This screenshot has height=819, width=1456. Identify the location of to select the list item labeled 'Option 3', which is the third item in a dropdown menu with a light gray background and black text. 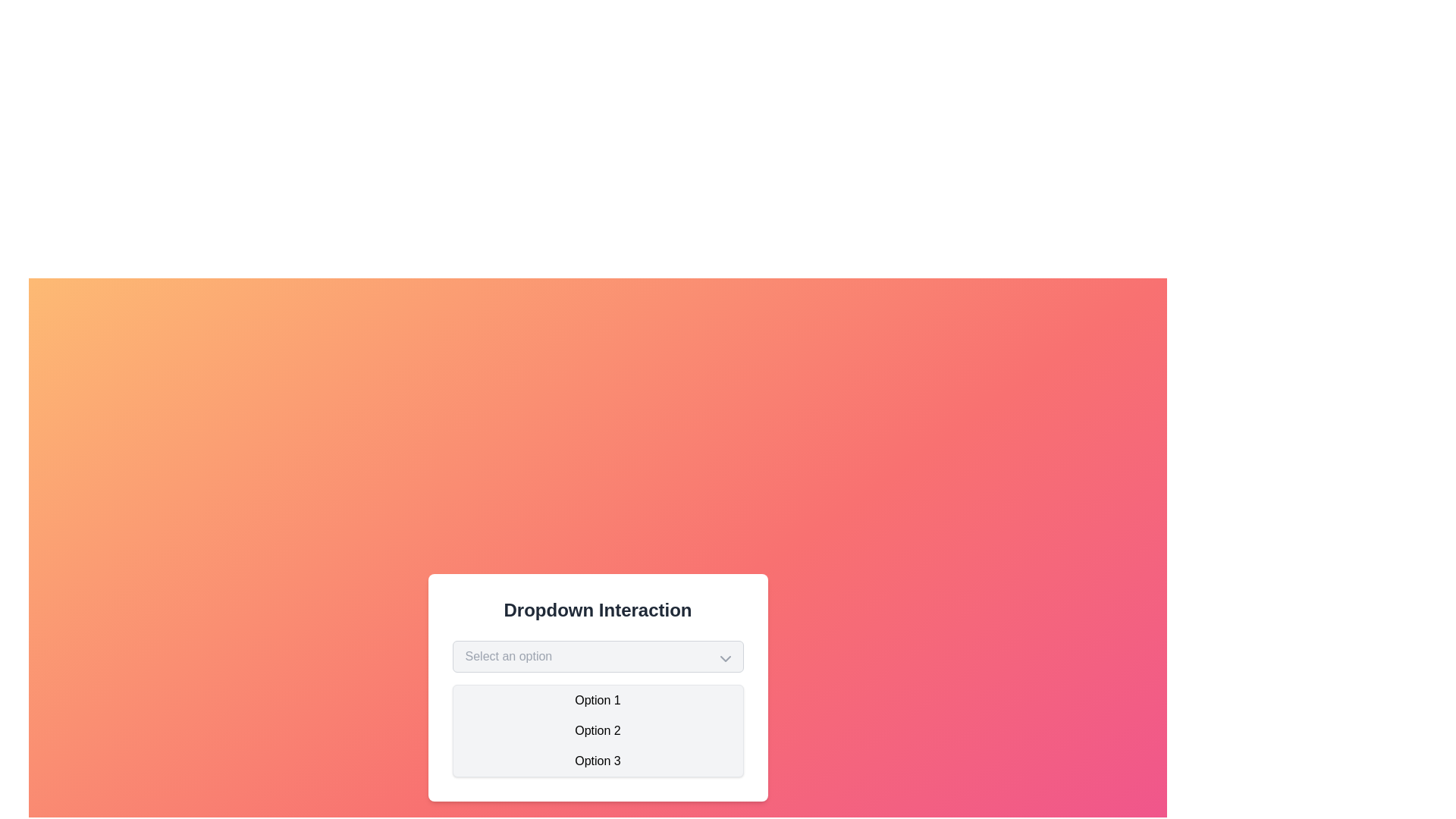
(597, 761).